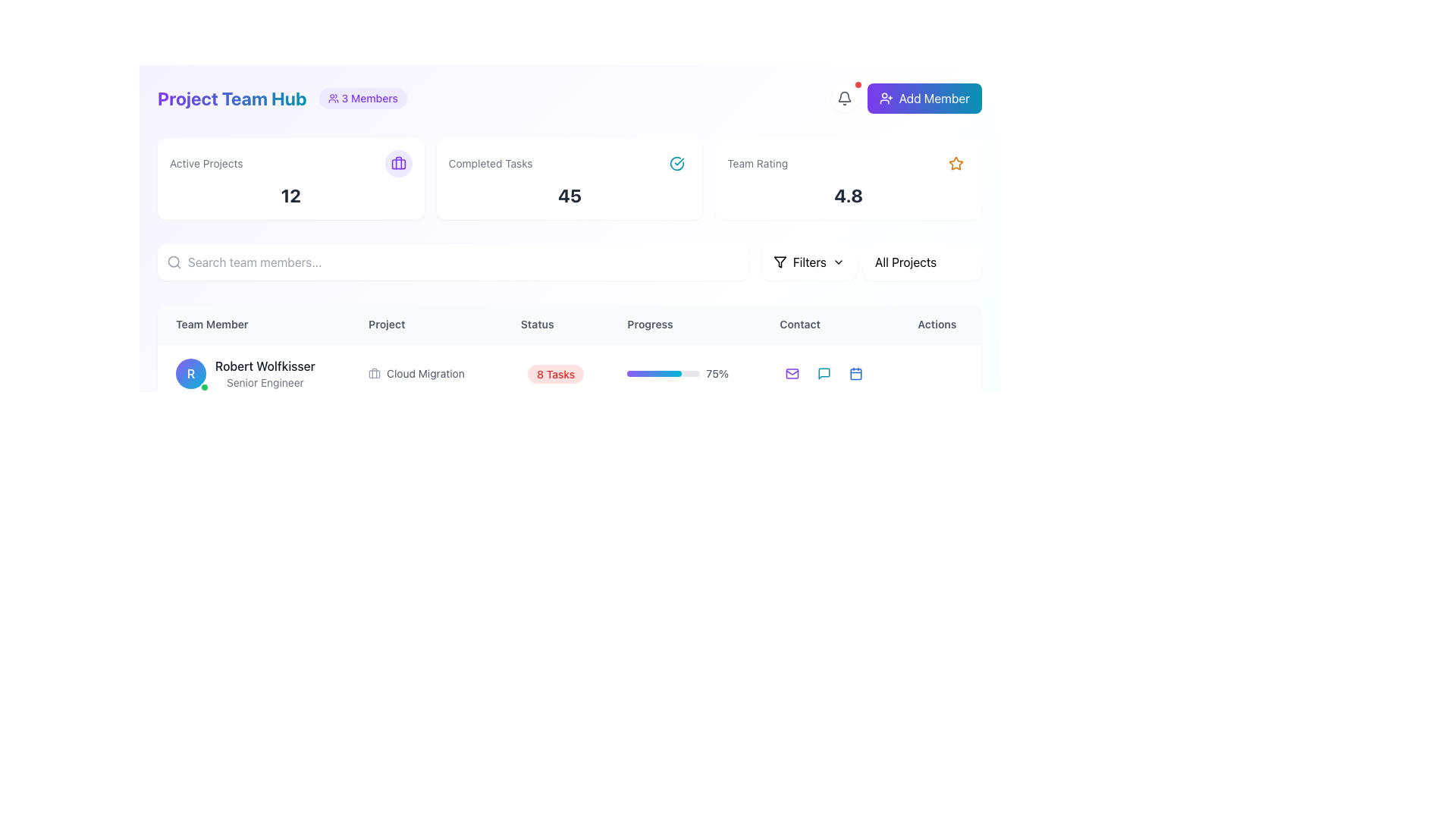 The image size is (1456, 819). Describe the element at coordinates (254, 373) in the screenshot. I see `the Profile Display Component that shows the user's name and job title, located in the leftmost position of the row under the 'Team Member' column` at that location.